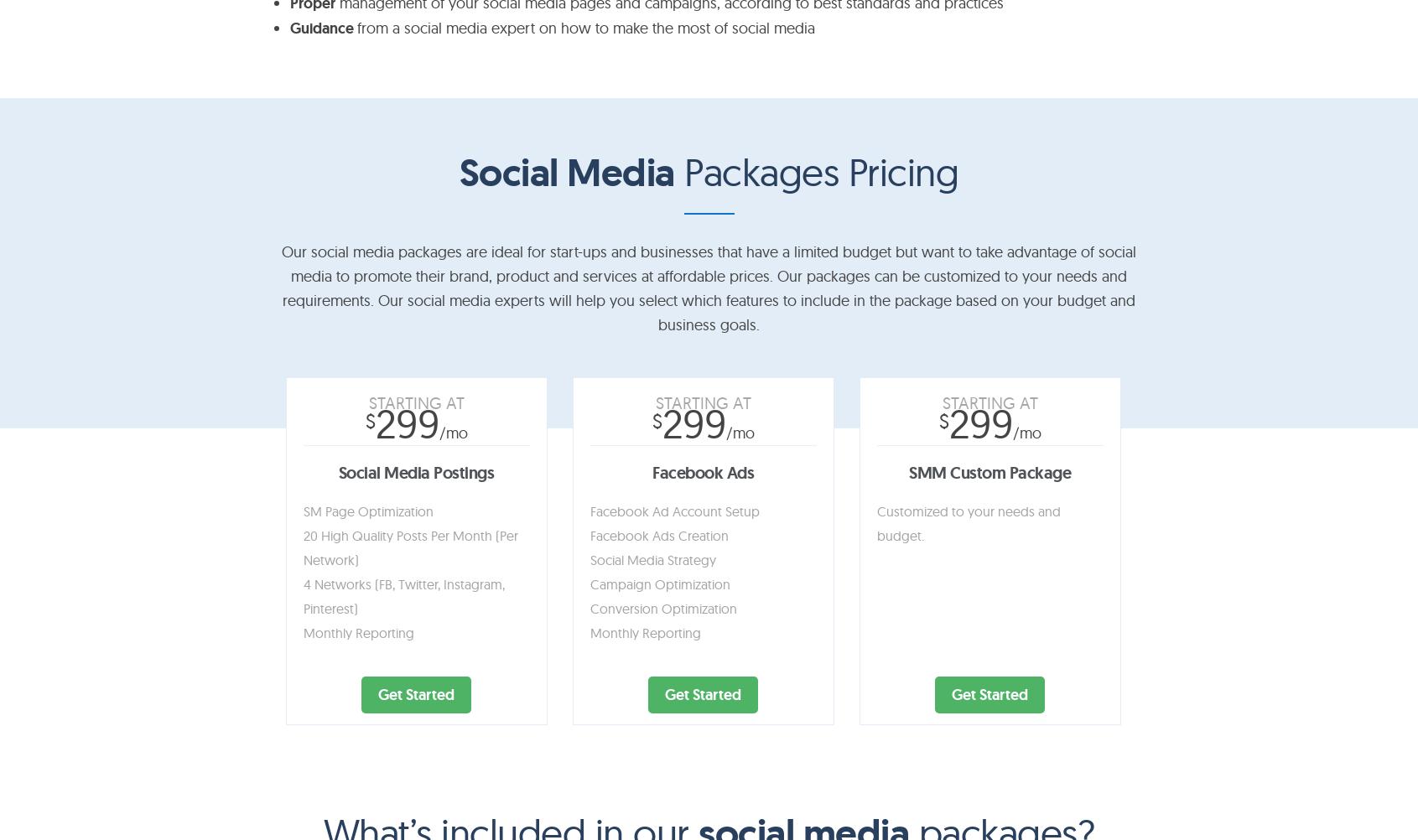 This screenshot has height=840, width=1418. Describe the element at coordinates (657, 533) in the screenshot. I see `'Facebook Ads Creation'` at that location.